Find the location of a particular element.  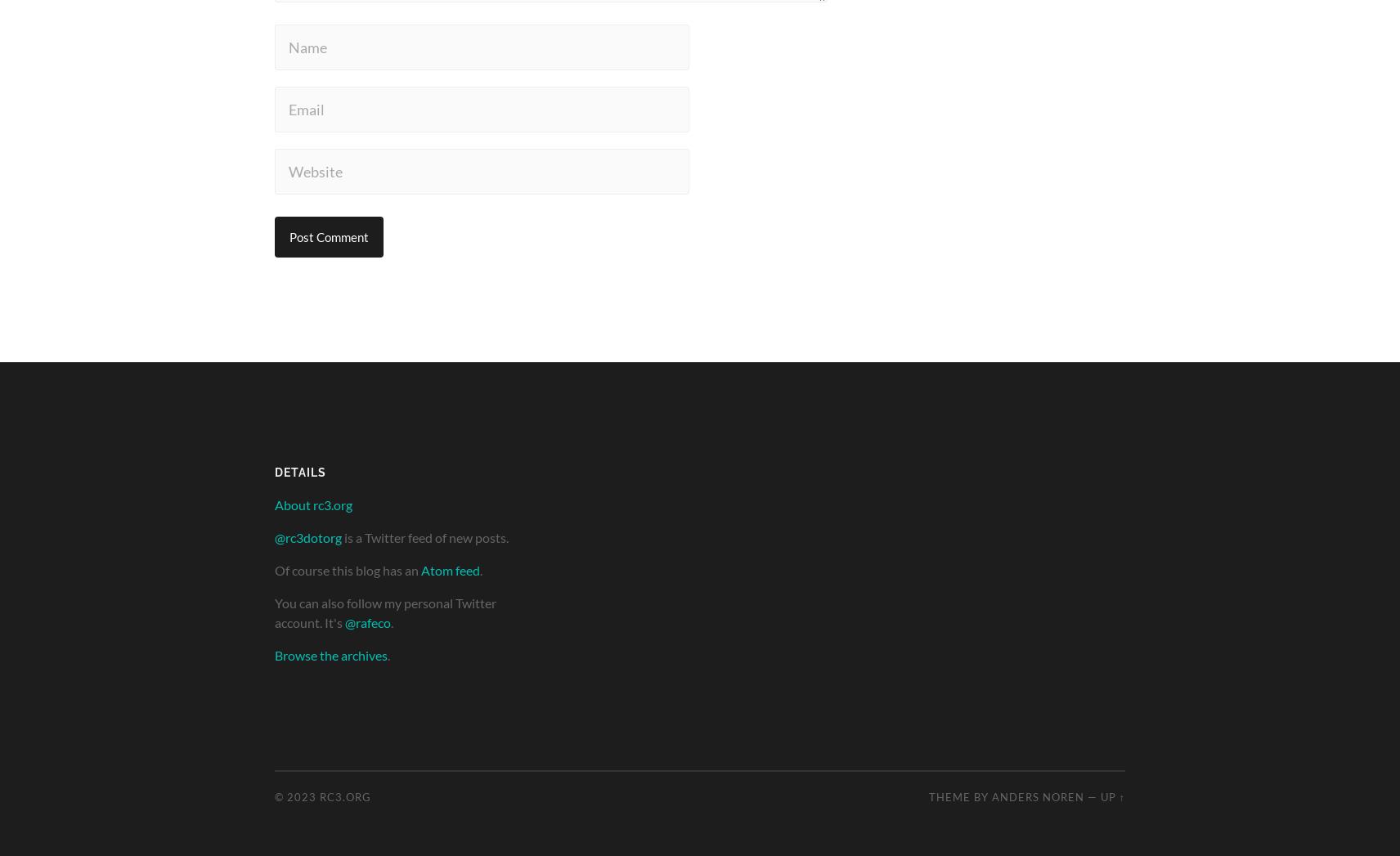

'Details' is located at coordinates (300, 471).